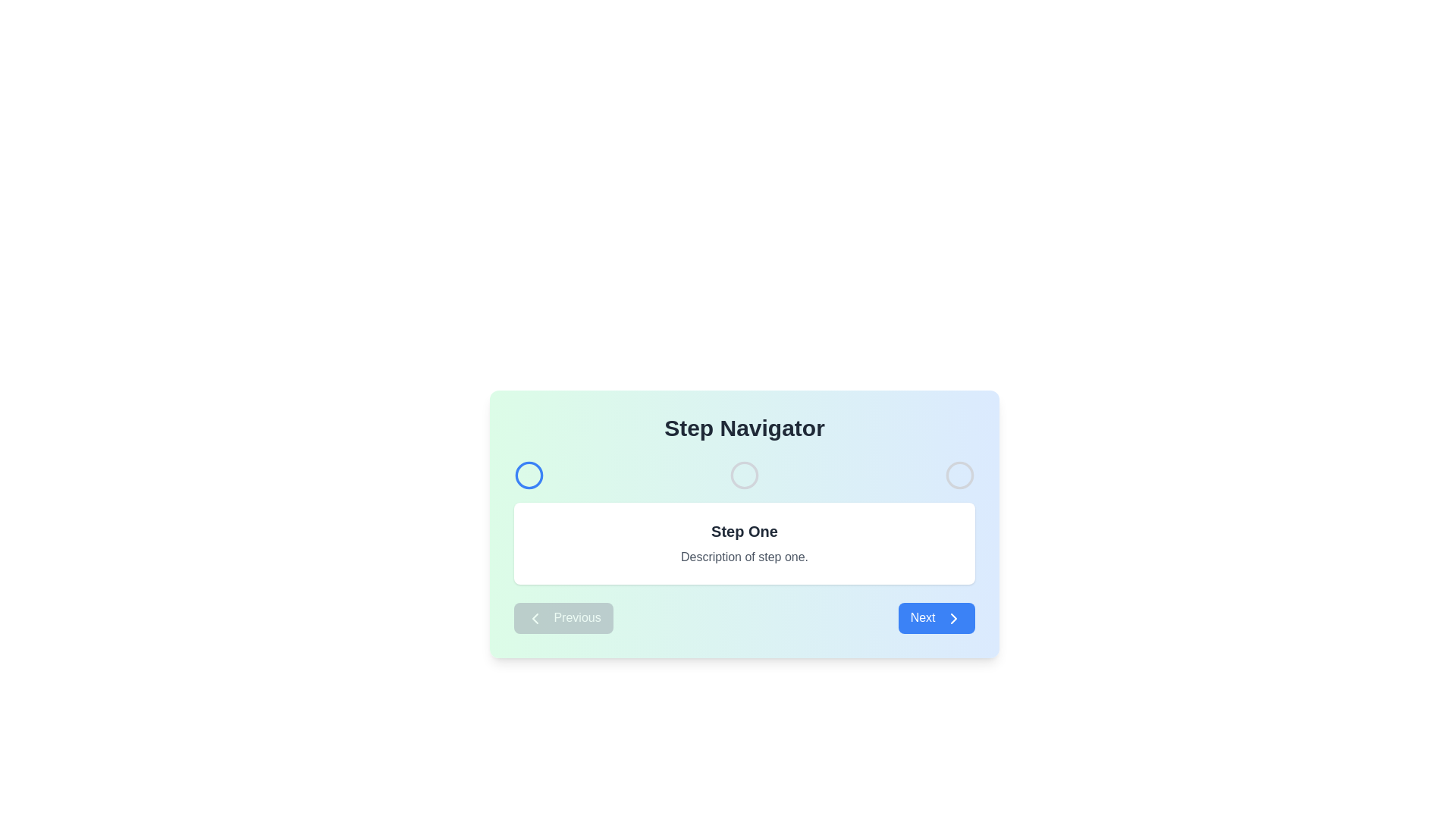  Describe the element at coordinates (959, 475) in the screenshot. I see `the third navigation circle in the 'Step Navigator'` at that location.